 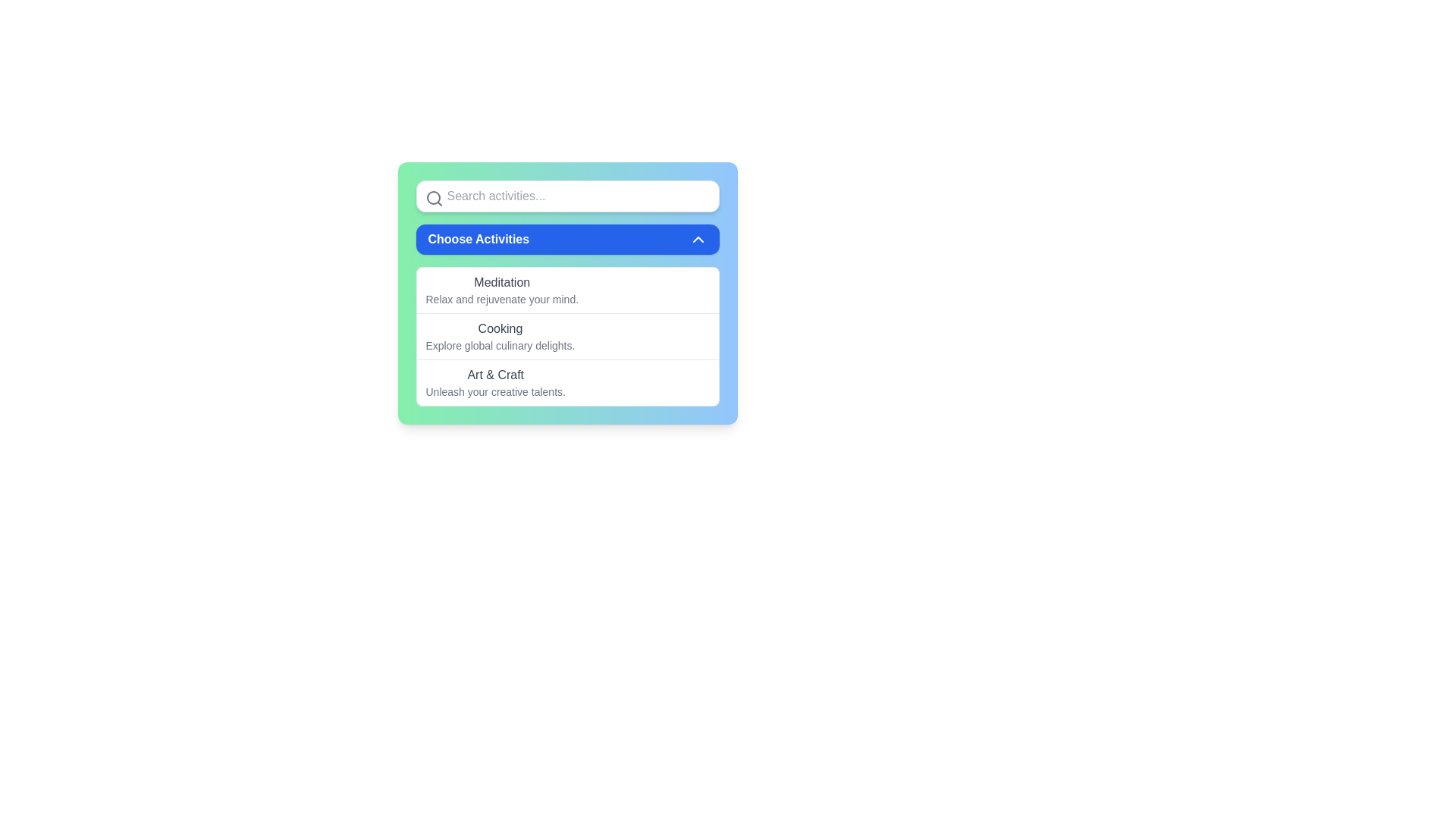 I want to click on the text label that serves as a header for the activity description, located above 'Relax and rejuvenate your mind.', so click(x=502, y=283).